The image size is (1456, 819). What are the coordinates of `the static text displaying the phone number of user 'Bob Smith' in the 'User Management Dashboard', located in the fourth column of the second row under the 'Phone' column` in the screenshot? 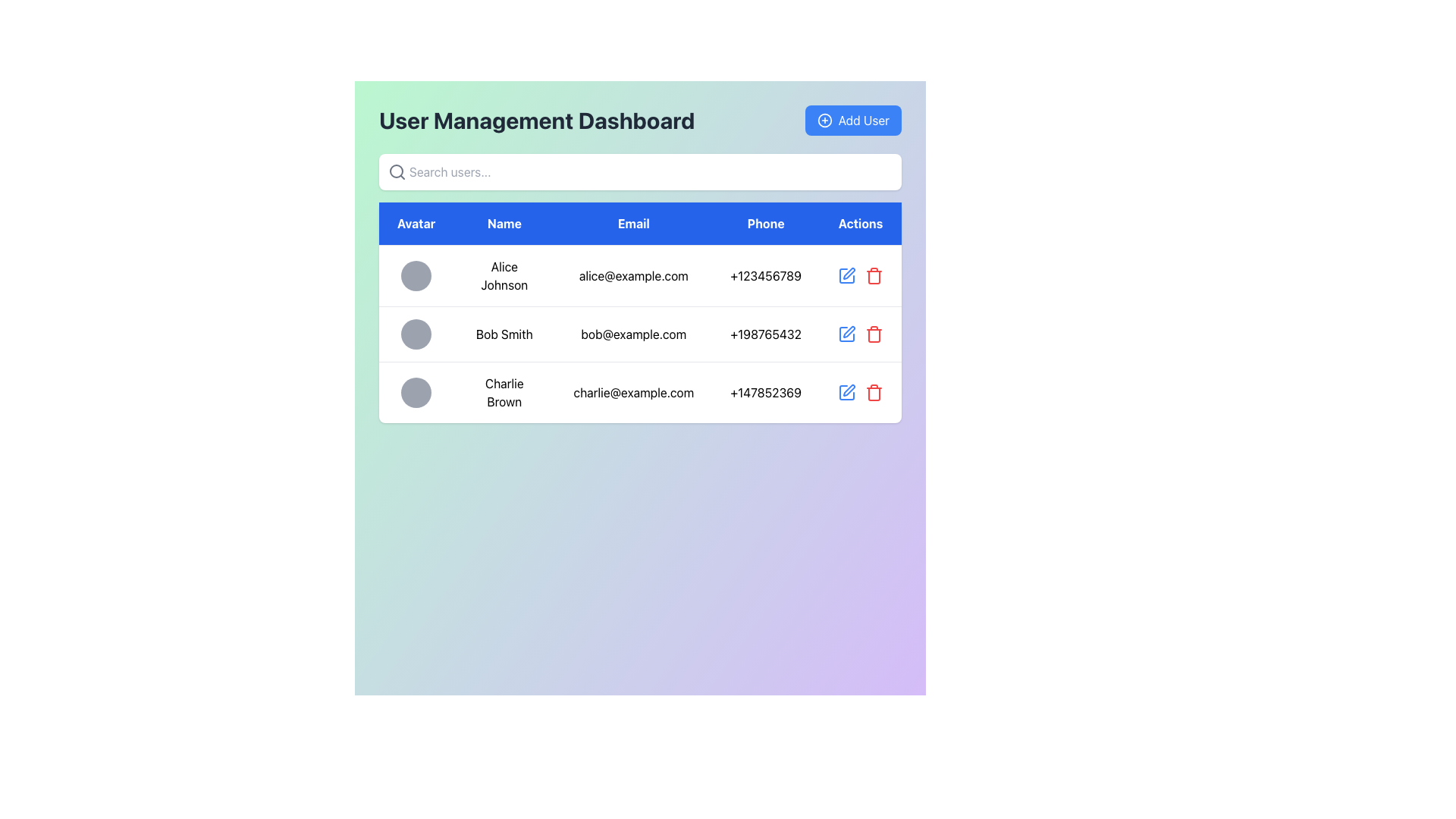 It's located at (766, 333).